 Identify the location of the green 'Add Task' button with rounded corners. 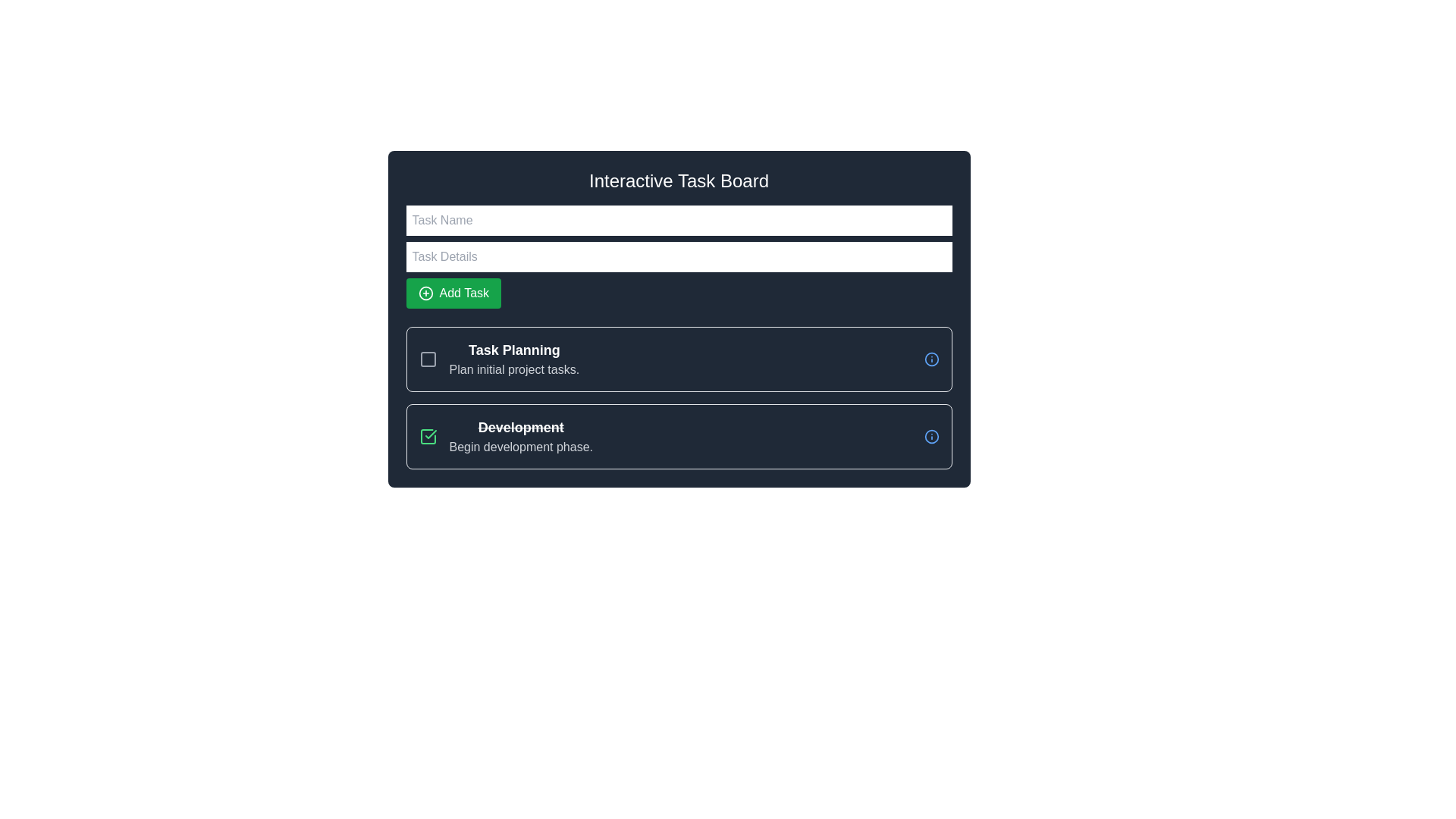
(453, 293).